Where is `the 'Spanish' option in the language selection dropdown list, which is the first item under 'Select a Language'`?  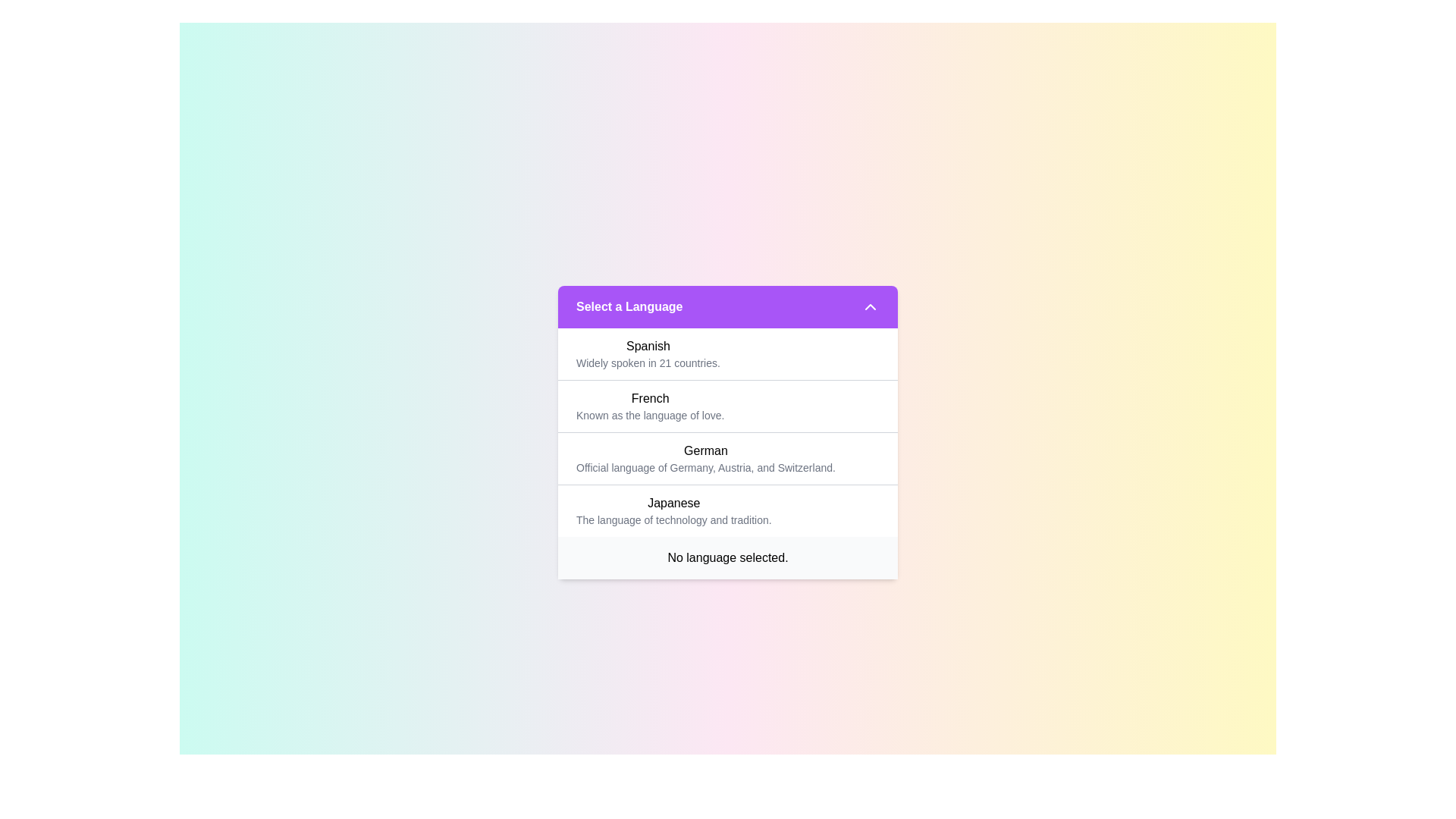 the 'Spanish' option in the language selection dropdown list, which is the first item under 'Select a Language' is located at coordinates (648, 353).